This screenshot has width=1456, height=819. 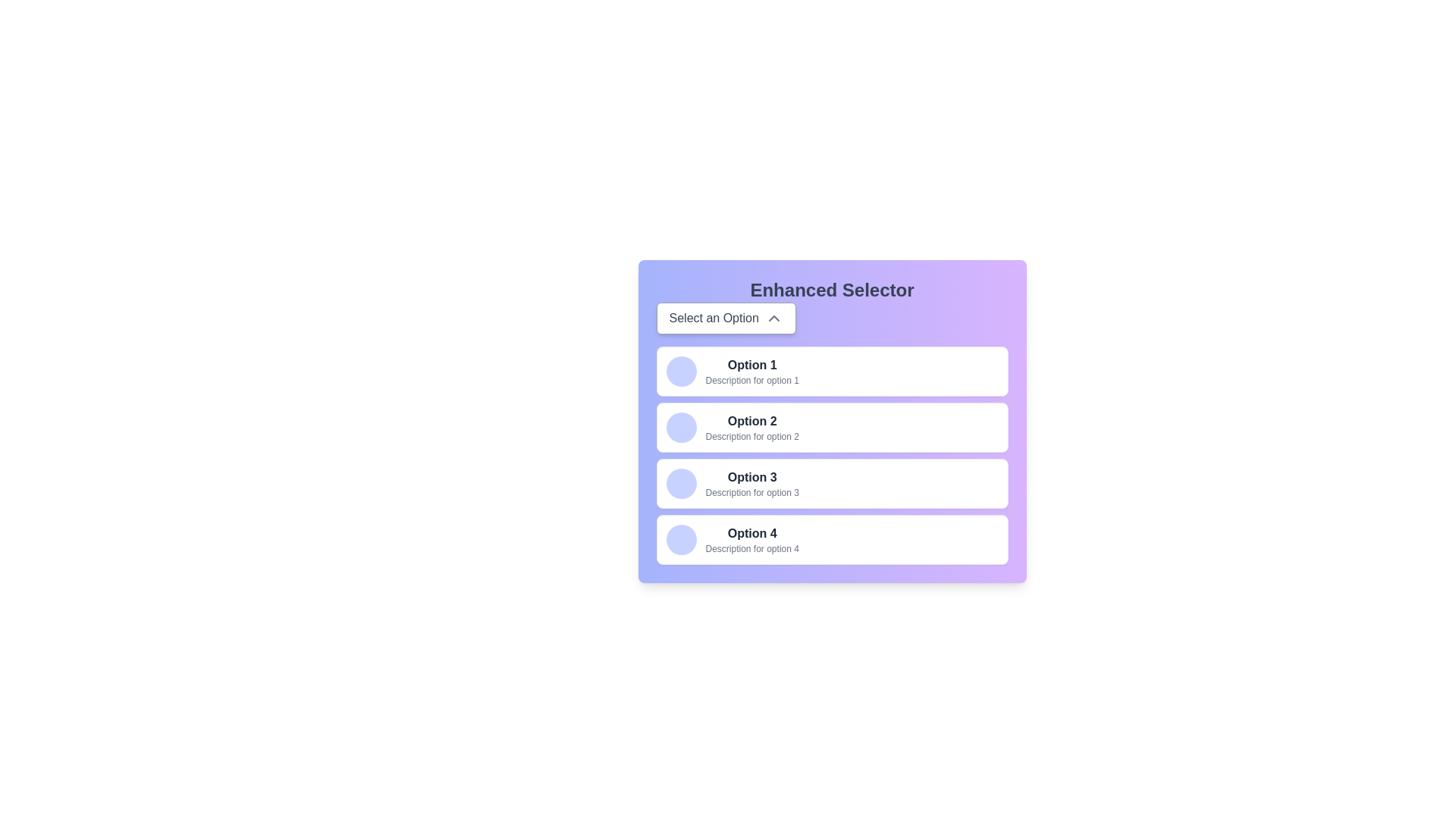 I want to click on the text label containing the bolded text 'Option 2' which is part of the selection menu, so click(x=752, y=421).